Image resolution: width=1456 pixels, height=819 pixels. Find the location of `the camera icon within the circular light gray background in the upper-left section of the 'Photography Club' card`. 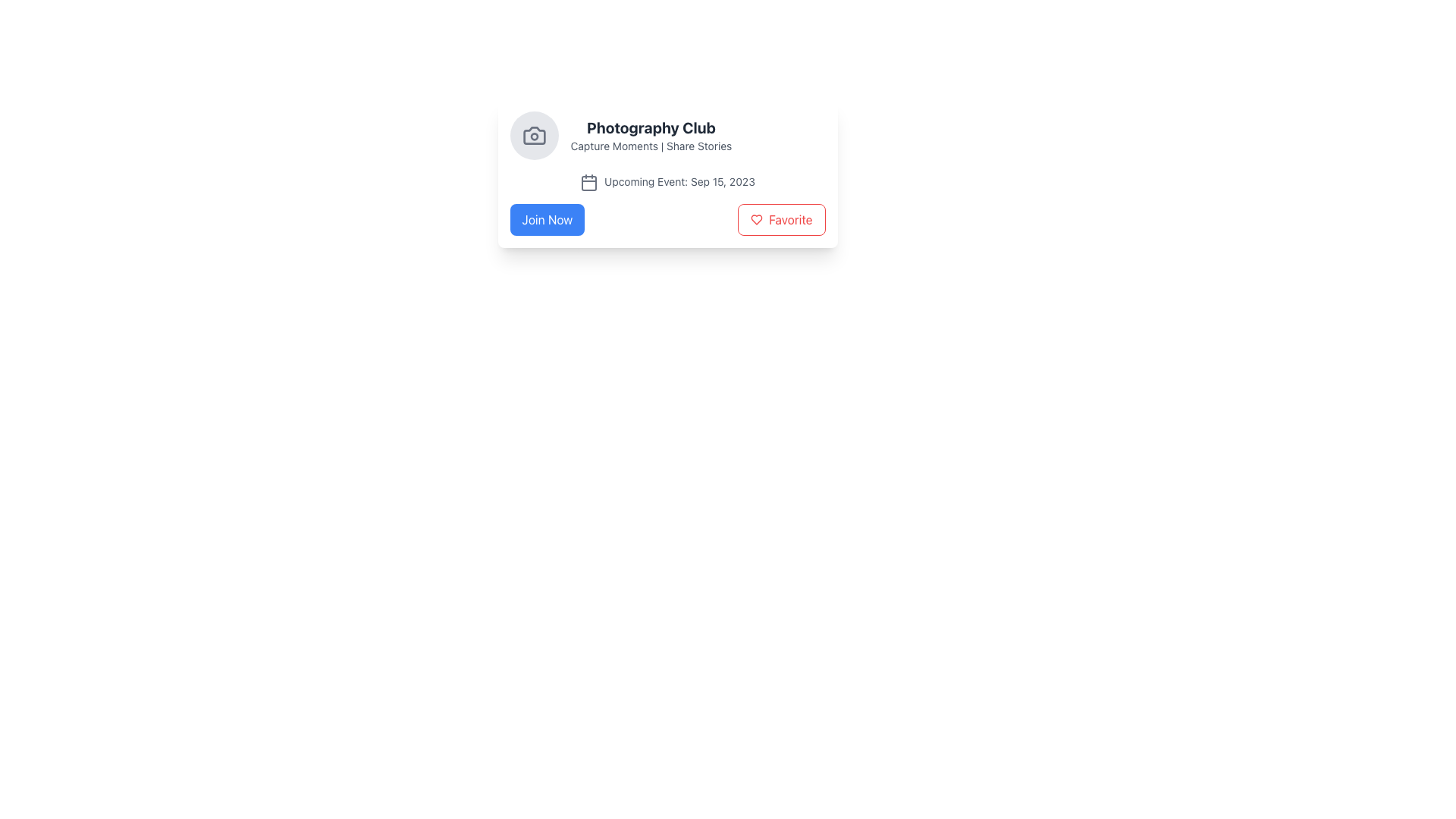

the camera icon within the circular light gray background in the upper-left section of the 'Photography Club' card is located at coordinates (534, 134).